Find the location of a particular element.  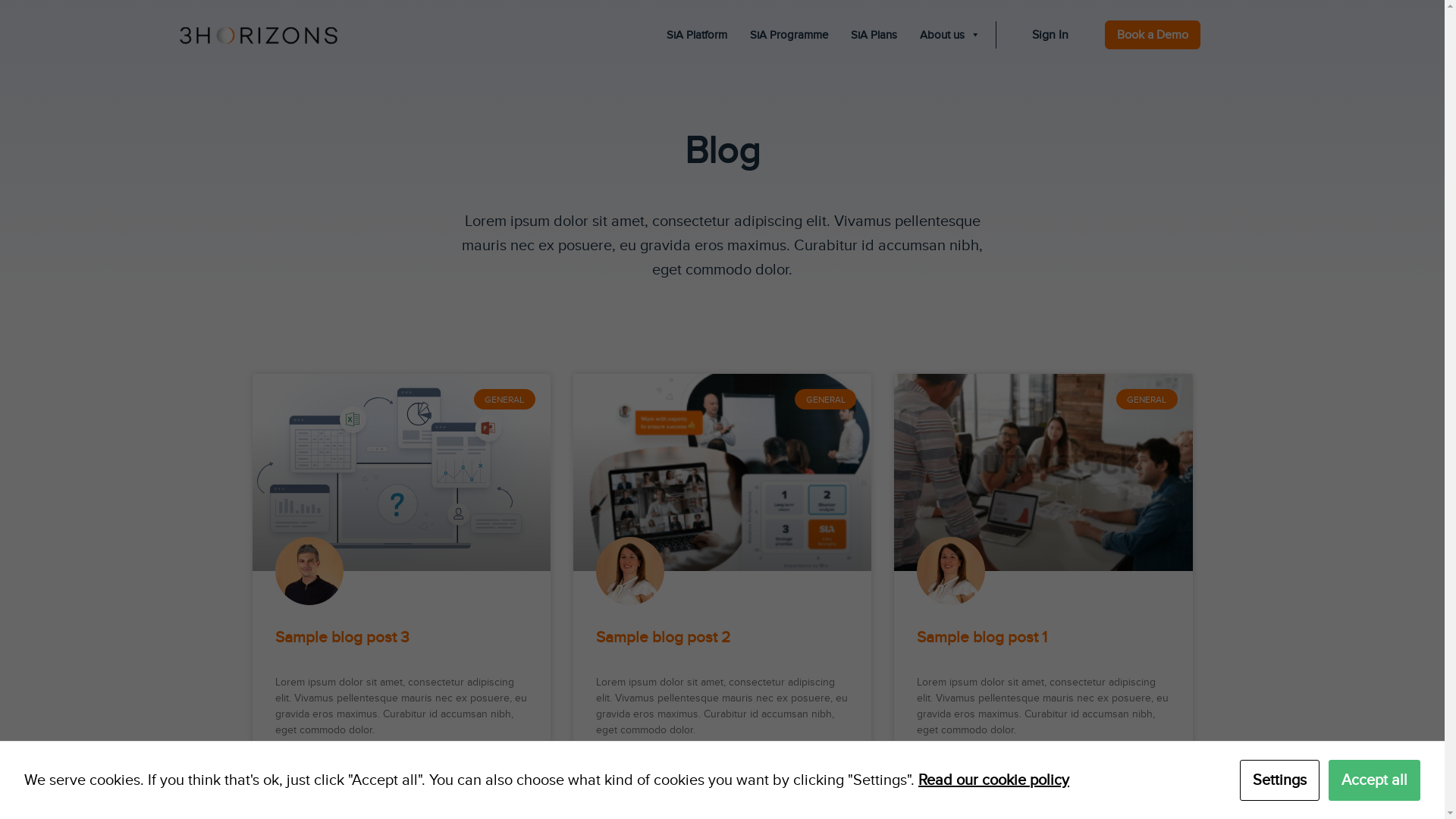

'SiA Plans' is located at coordinates (874, 34).